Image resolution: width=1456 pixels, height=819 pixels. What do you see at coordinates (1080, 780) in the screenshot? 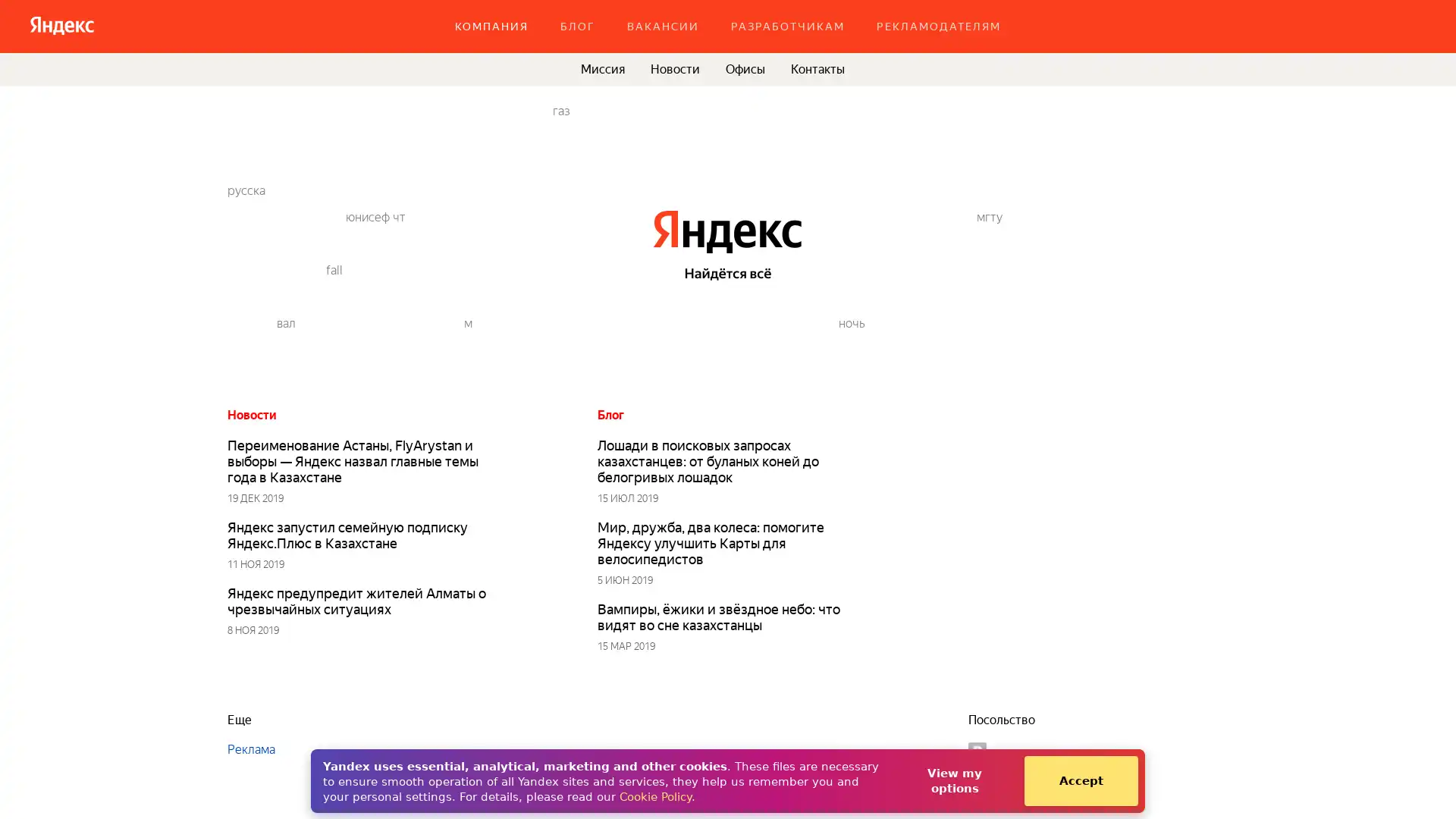
I see `Accept` at bounding box center [1080, 780].